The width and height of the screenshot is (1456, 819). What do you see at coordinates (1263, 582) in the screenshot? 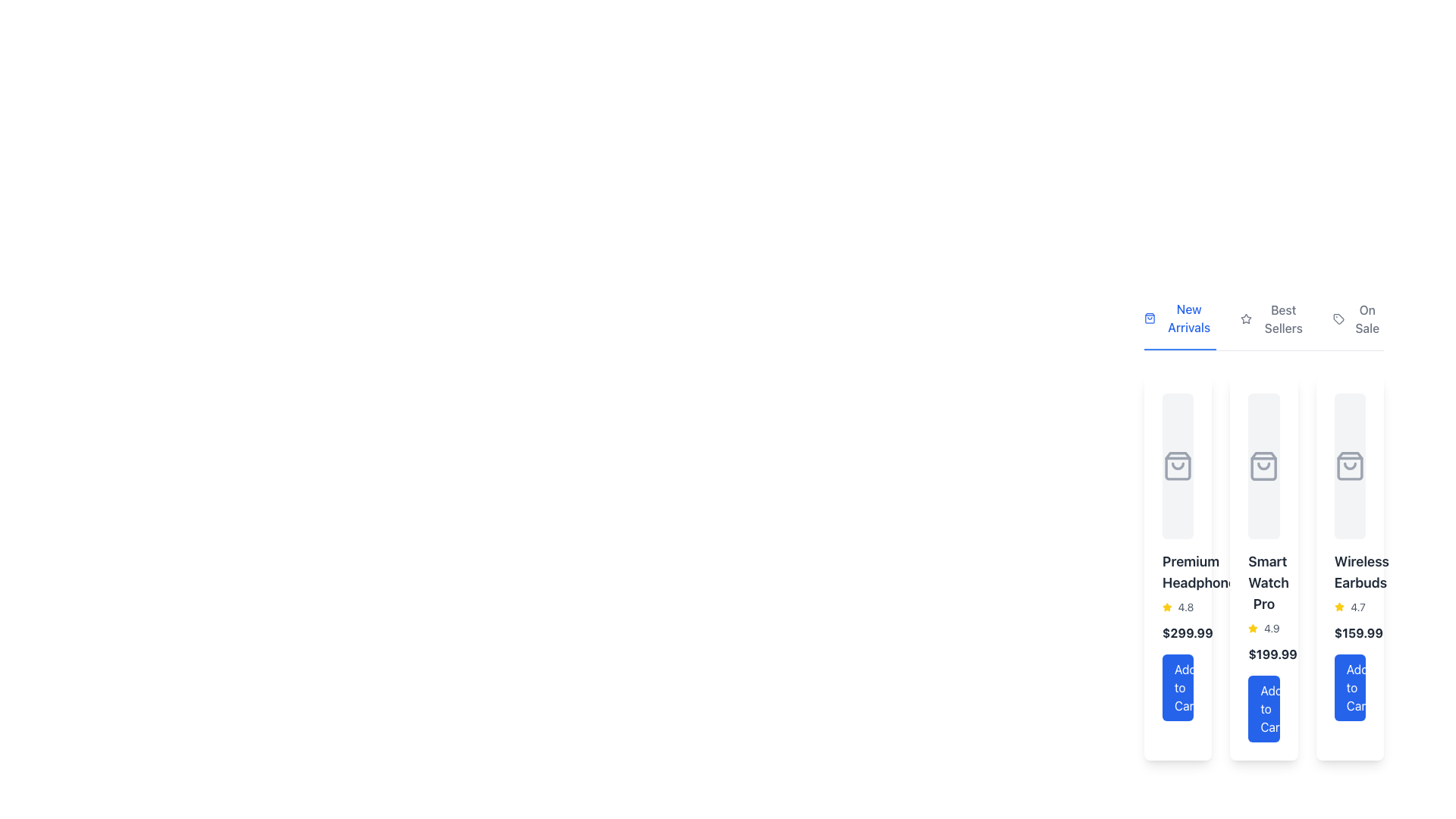
I see `text label that identifies the product on display in the second product card under the 'New Arrivals' section, located below the product image and above the rating and price information` at bounding box center [1263, 582].